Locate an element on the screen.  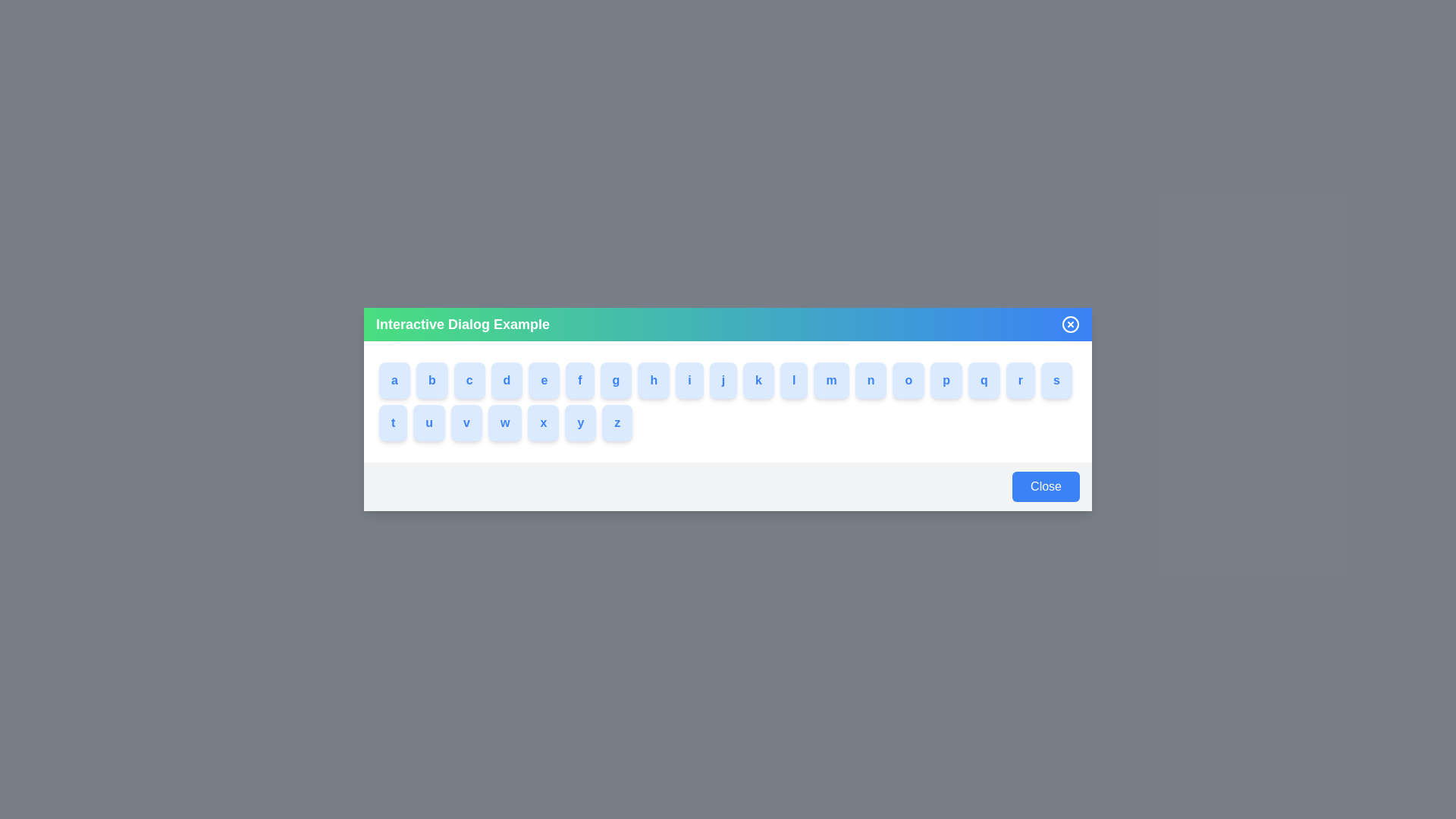
the button labeled with h is located at coordinates (659, 379).